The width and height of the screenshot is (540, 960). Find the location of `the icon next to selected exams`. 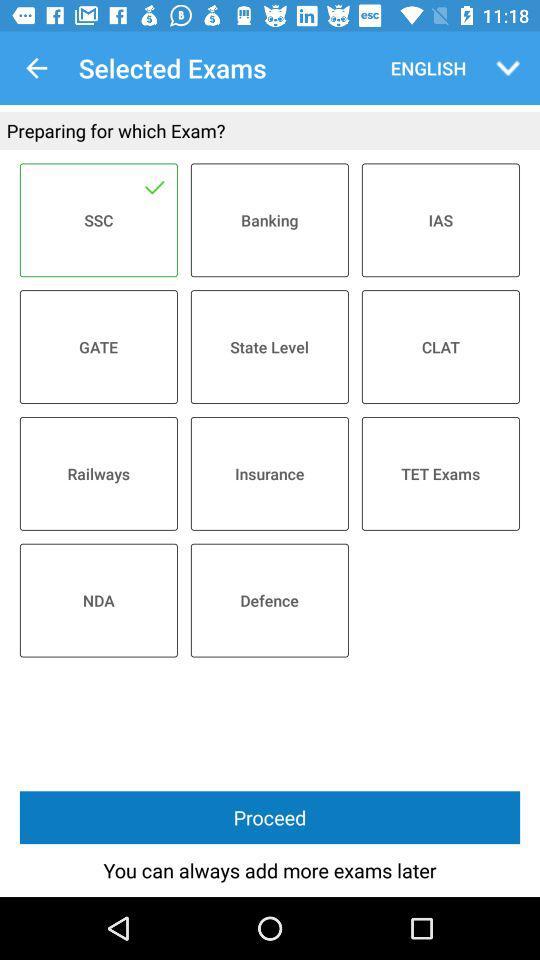

the icon next to selected exams is located at coordinates (36, 68).